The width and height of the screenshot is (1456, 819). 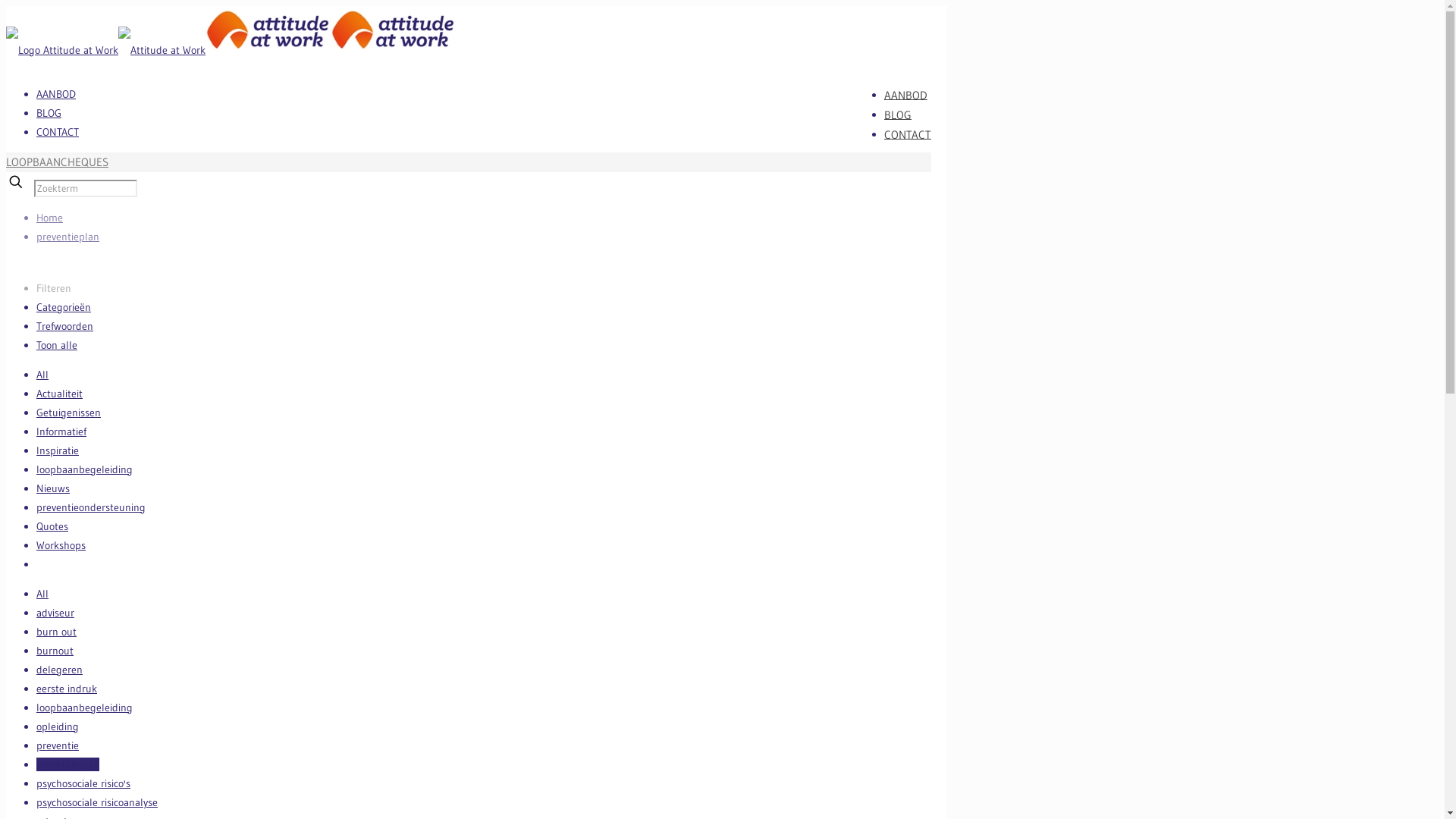 I want to click on 'Workshops', so click(x=61, y=544).